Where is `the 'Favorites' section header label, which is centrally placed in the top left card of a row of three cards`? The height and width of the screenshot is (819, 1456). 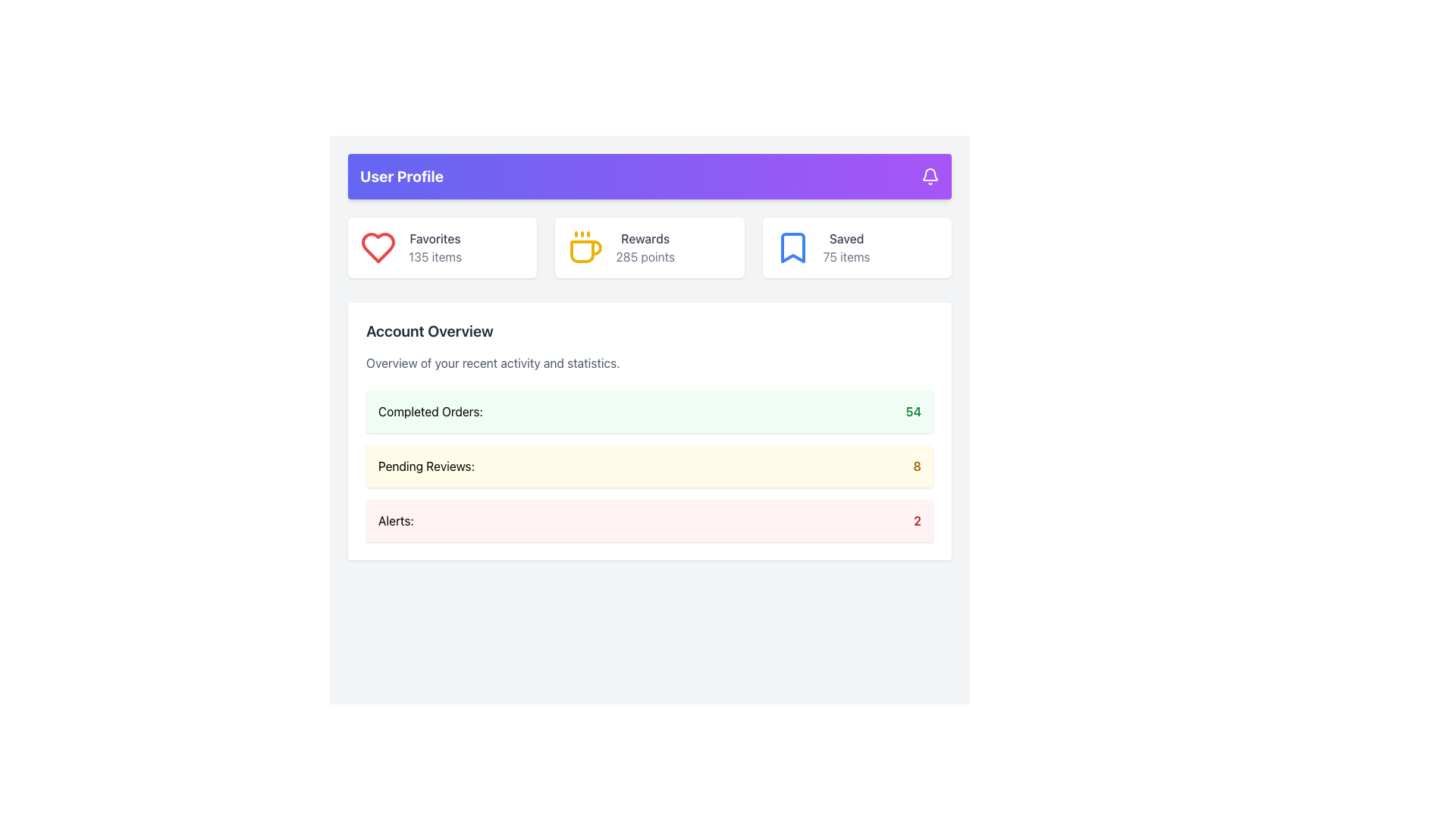
the 'Favorites' section header label, which is centrally placed in the top left card of a row of three cards is located at coordinates (435, 239).